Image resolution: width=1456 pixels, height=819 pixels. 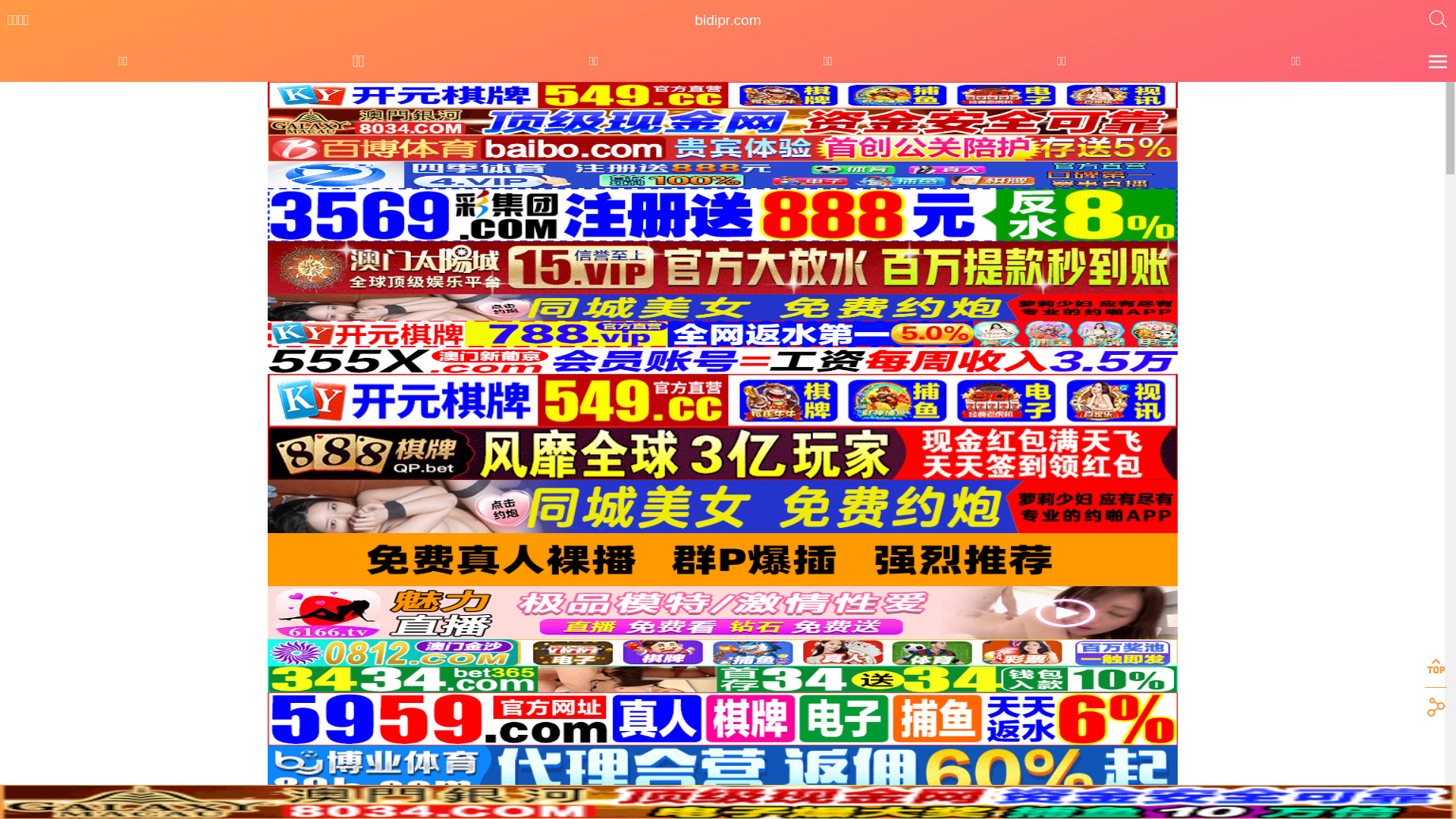 I want to click on 'bidipr.com', so click(x=694, y=20).